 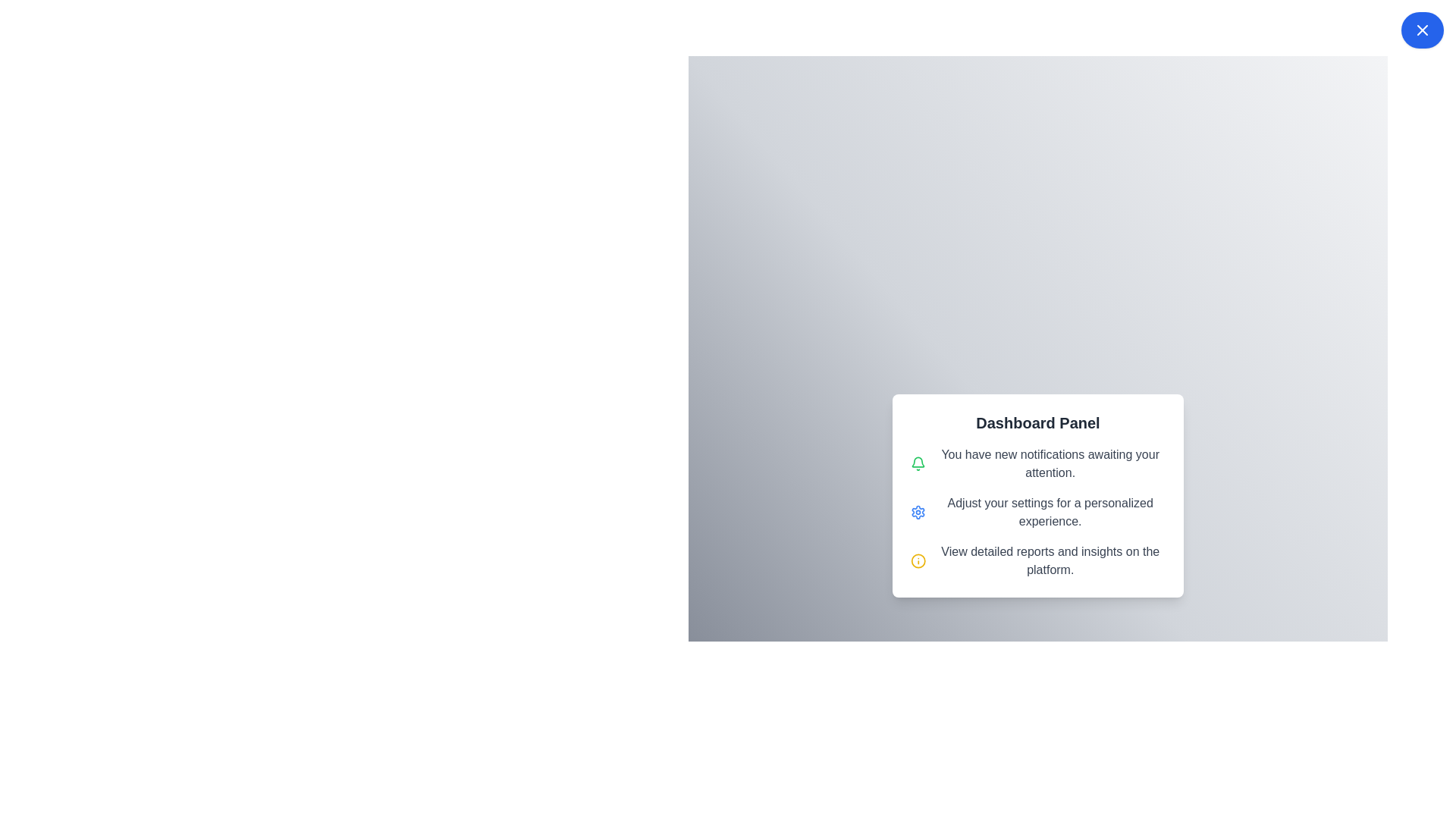 What do you see at coordinates (918, 463) in the screenshot?
I see `the bell icon located in the 'Dashboard Panel' that indicates new notifications for the user` at bounding box center [918, 463].